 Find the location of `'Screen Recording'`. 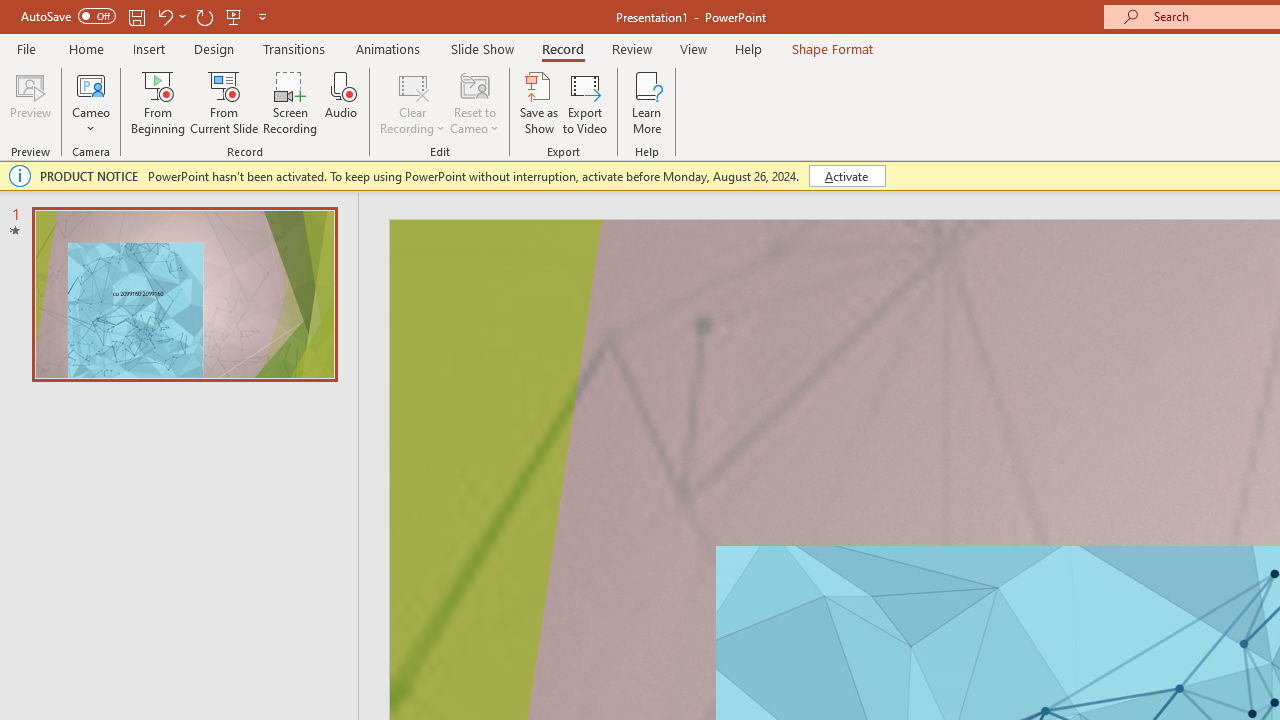

'Screen Recording' is located at coordinates (289, 103).